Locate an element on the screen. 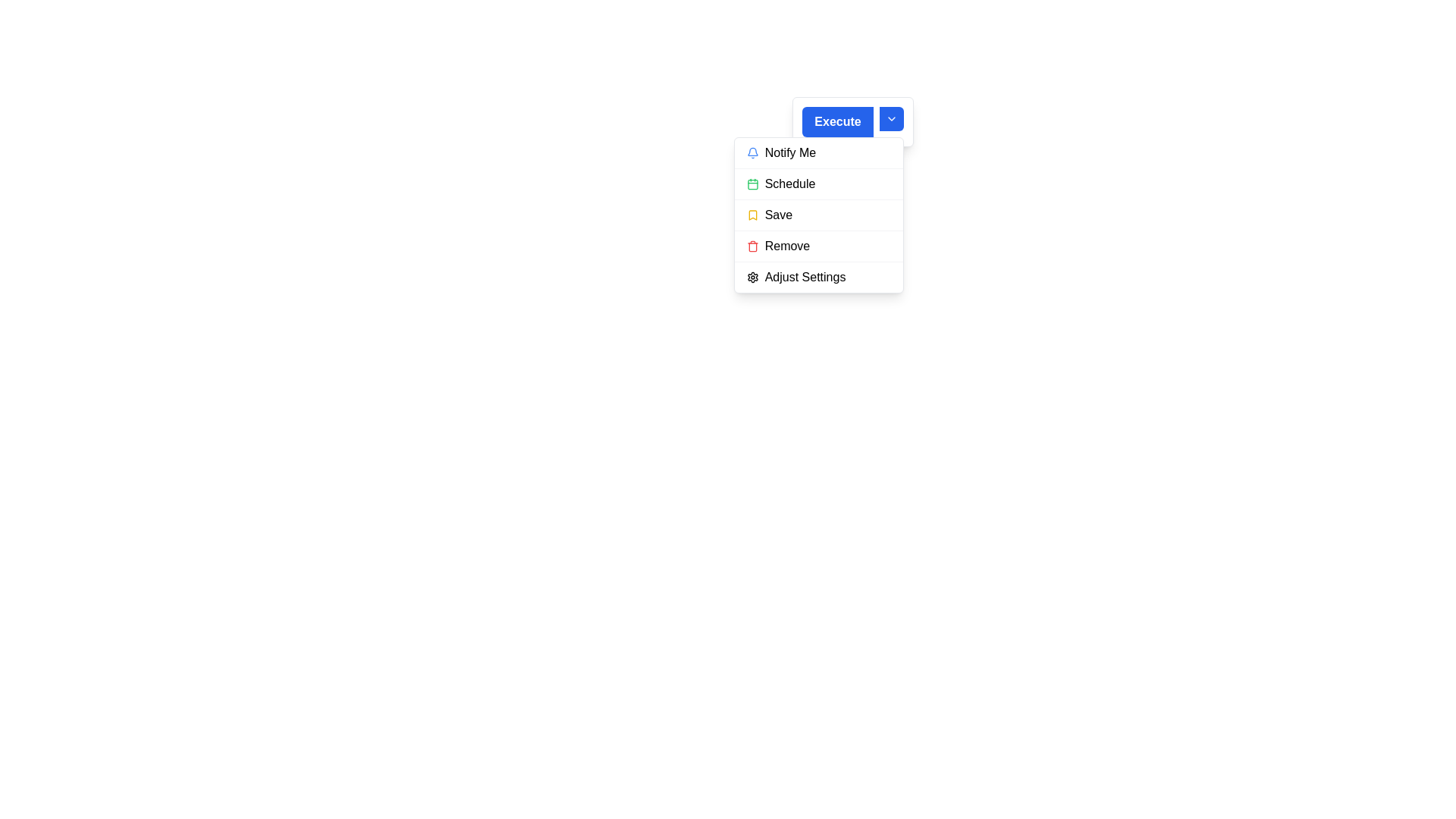  the downward-pointing chevron arrow icon located to the right of the 'Execute' button is located at coordinates (891, 118).